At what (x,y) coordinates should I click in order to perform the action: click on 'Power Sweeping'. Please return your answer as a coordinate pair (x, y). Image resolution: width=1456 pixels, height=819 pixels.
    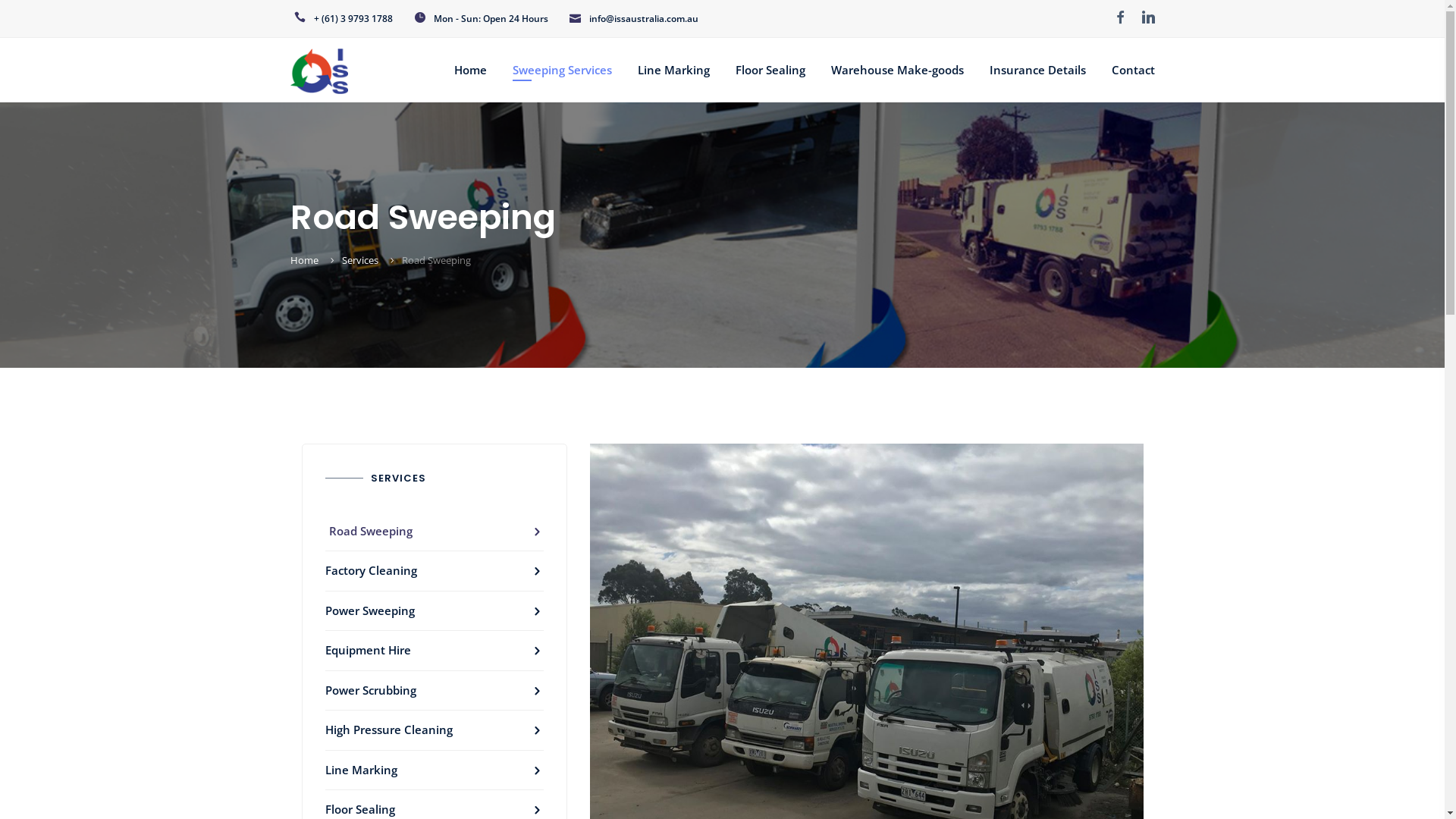
    Looking at the image, I should click on (432, 610).